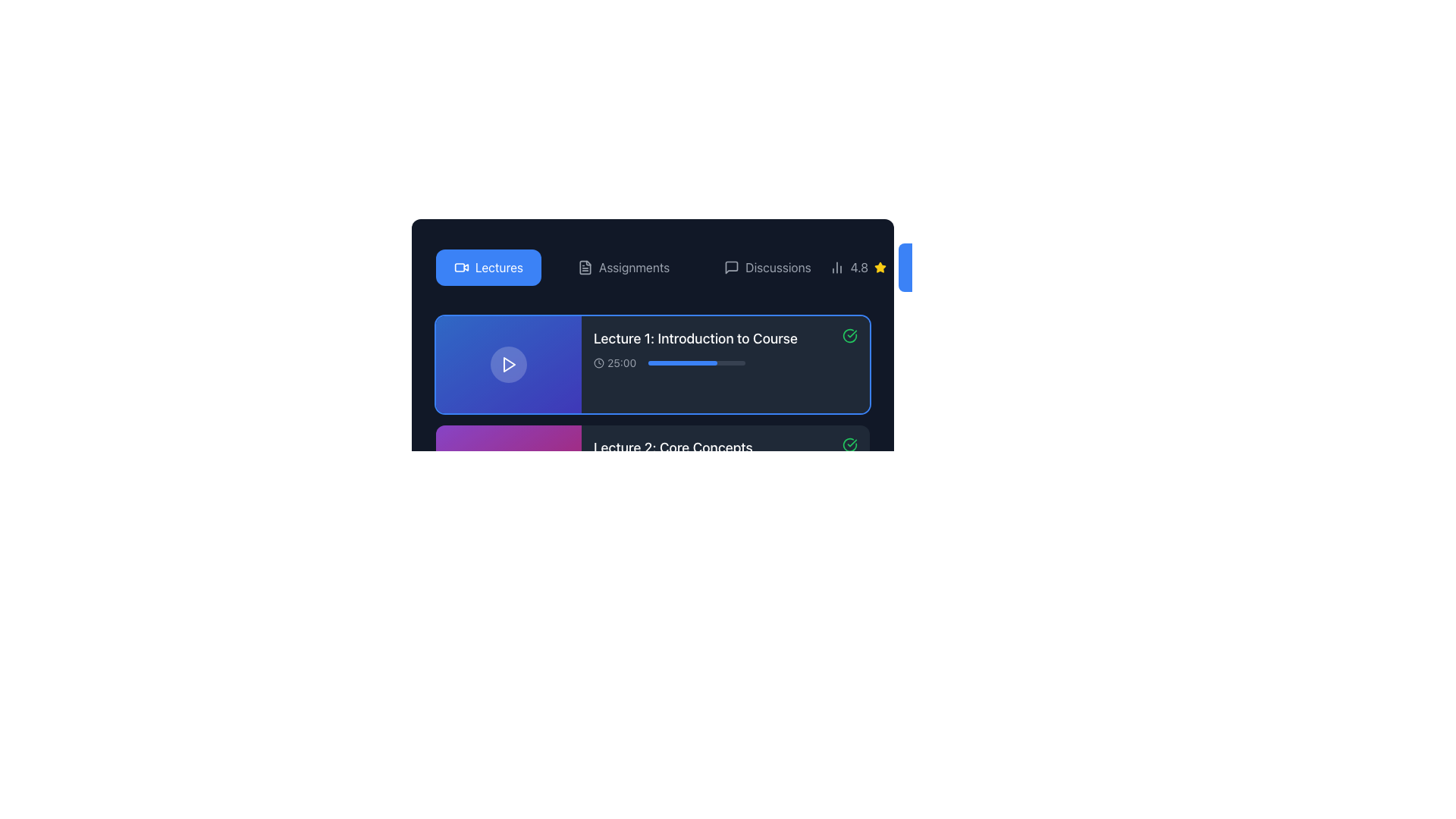 Image resolution: width=1456 pixels, height=819 pixels. I want to click on the triangular play icon located within the 'Lecture 1: Introduction, so click(510, 365).